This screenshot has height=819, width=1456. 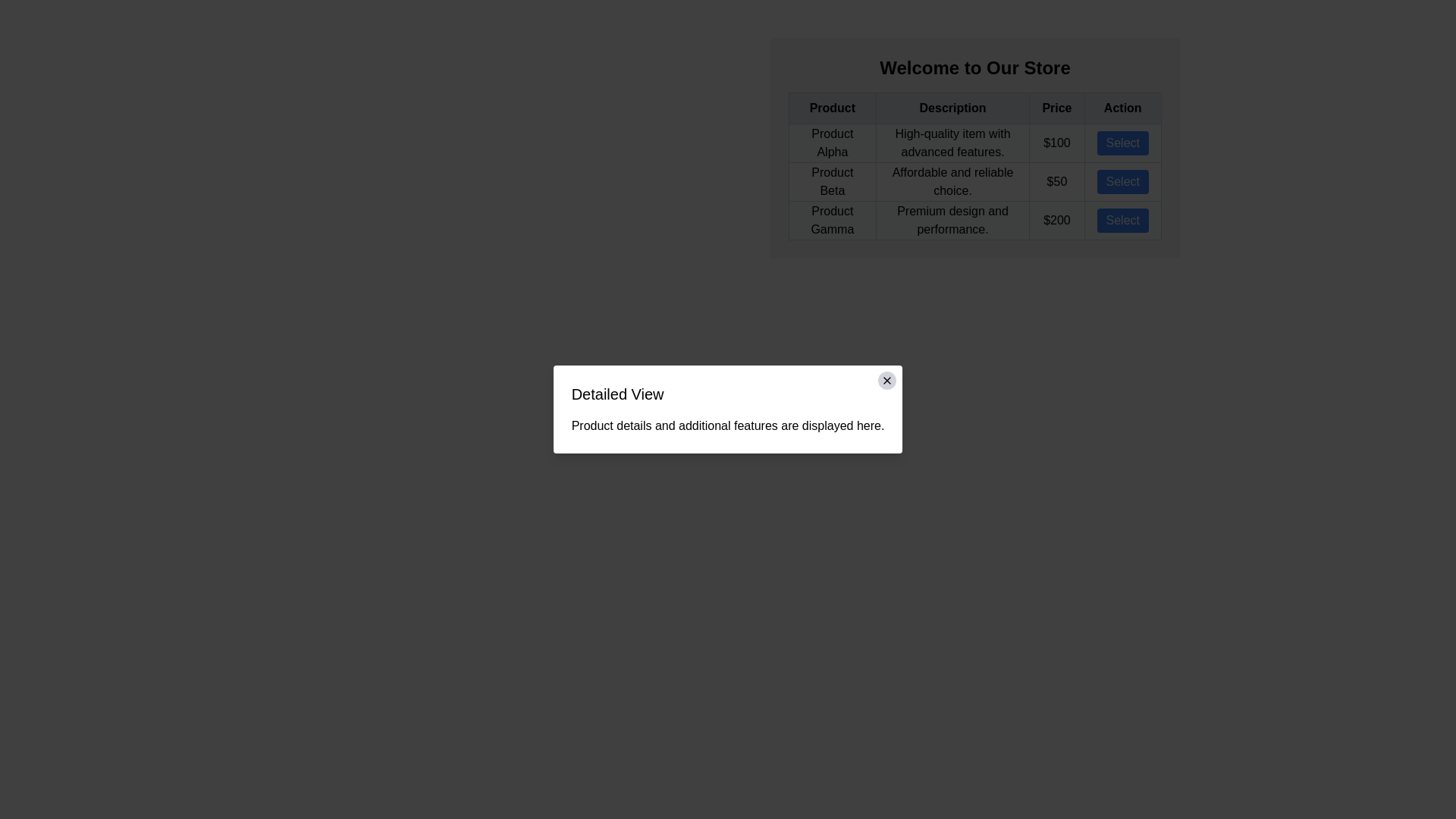 I want to click on the static text that states 'Premium design and performance.' located in the second column under Description in the third row of the table, so click(x=952, y=220).